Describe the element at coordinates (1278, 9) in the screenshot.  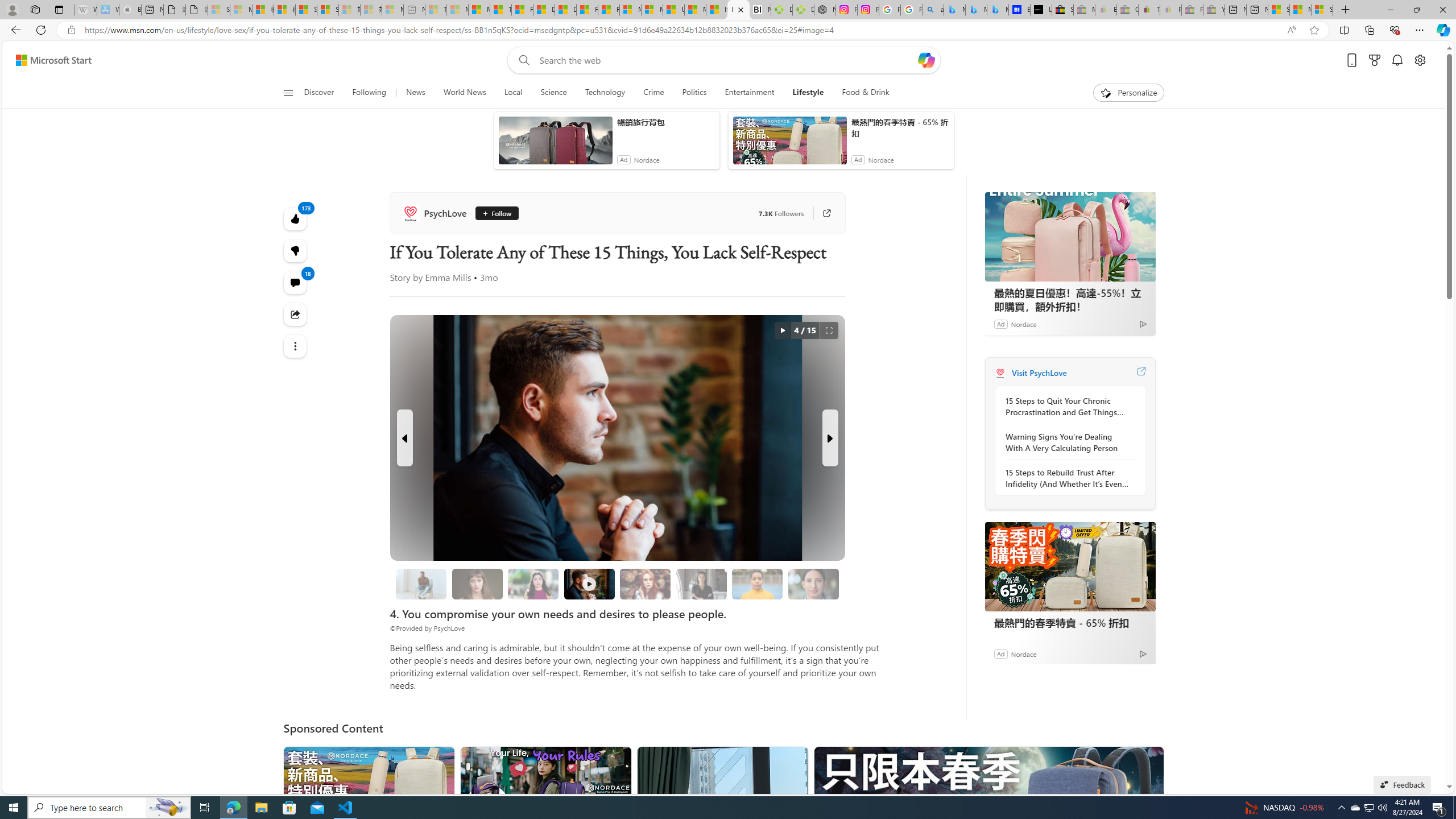
I see `'Shanghai, China hourly forecast | Microsoft Weather'` at that location.